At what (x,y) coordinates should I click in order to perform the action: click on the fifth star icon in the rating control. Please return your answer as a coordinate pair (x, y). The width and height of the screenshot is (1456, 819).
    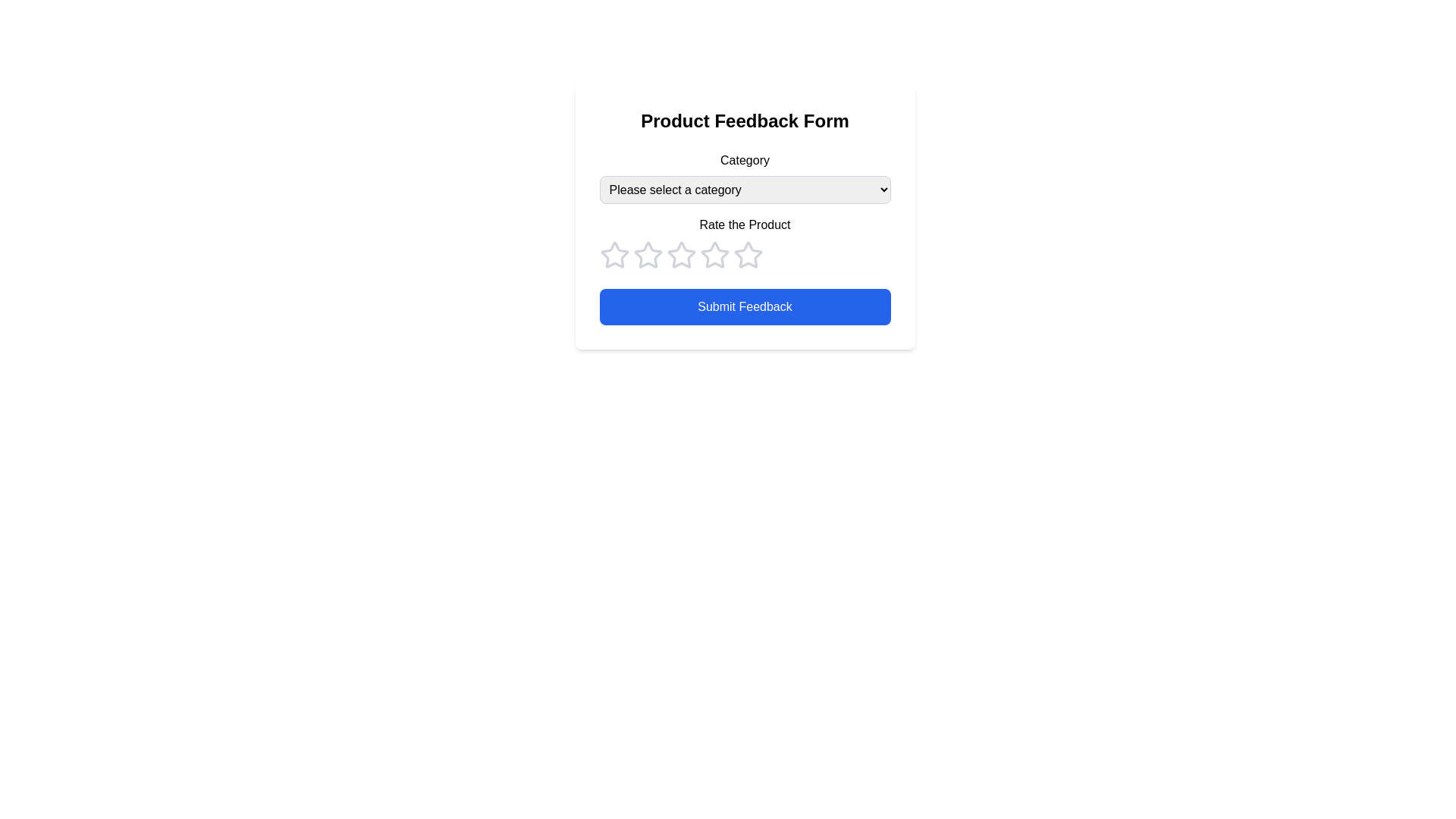
    Looking at the image, I should click on (748, 254).